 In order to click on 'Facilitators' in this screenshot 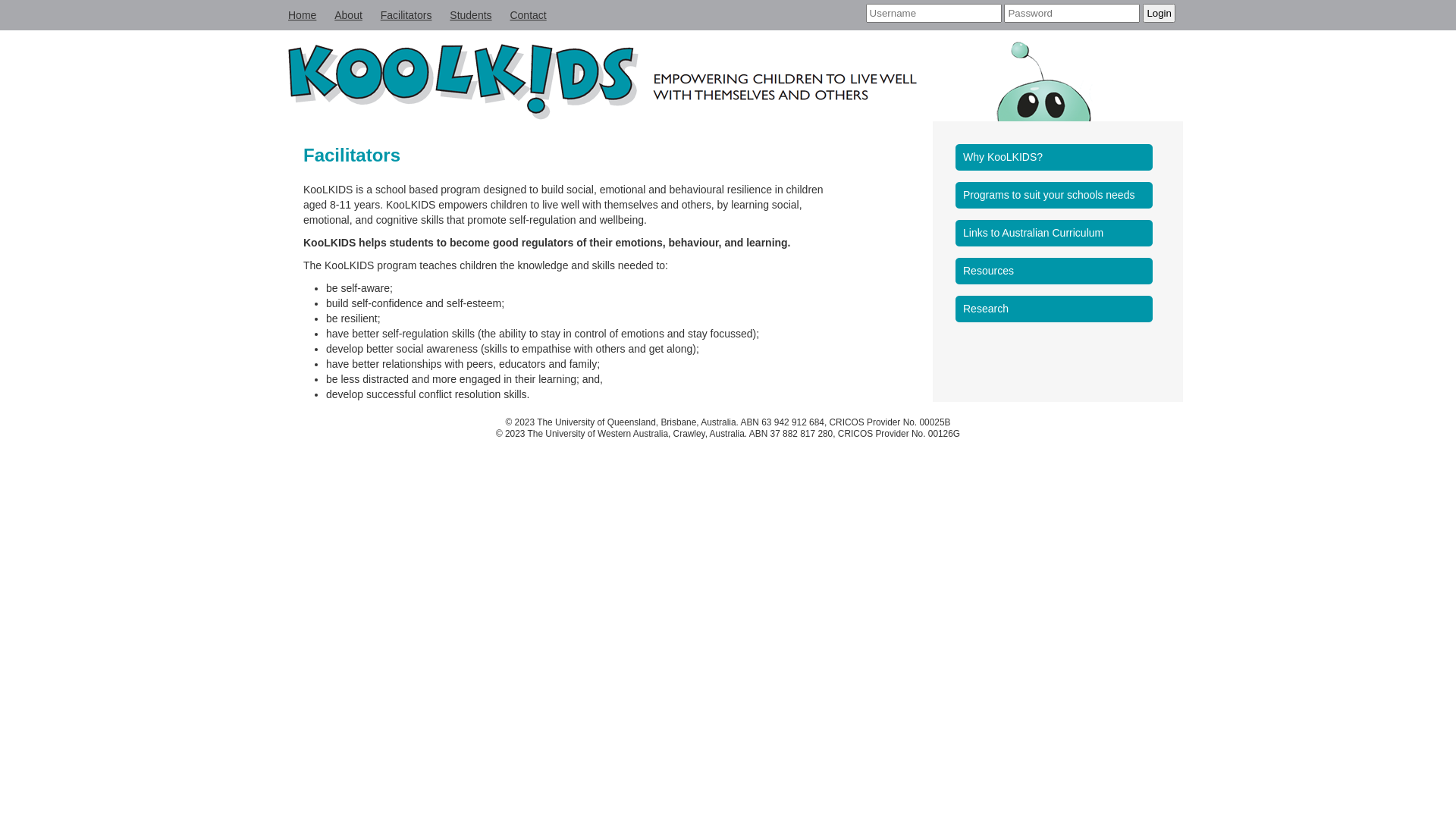, I will do `click(406, 14)`.